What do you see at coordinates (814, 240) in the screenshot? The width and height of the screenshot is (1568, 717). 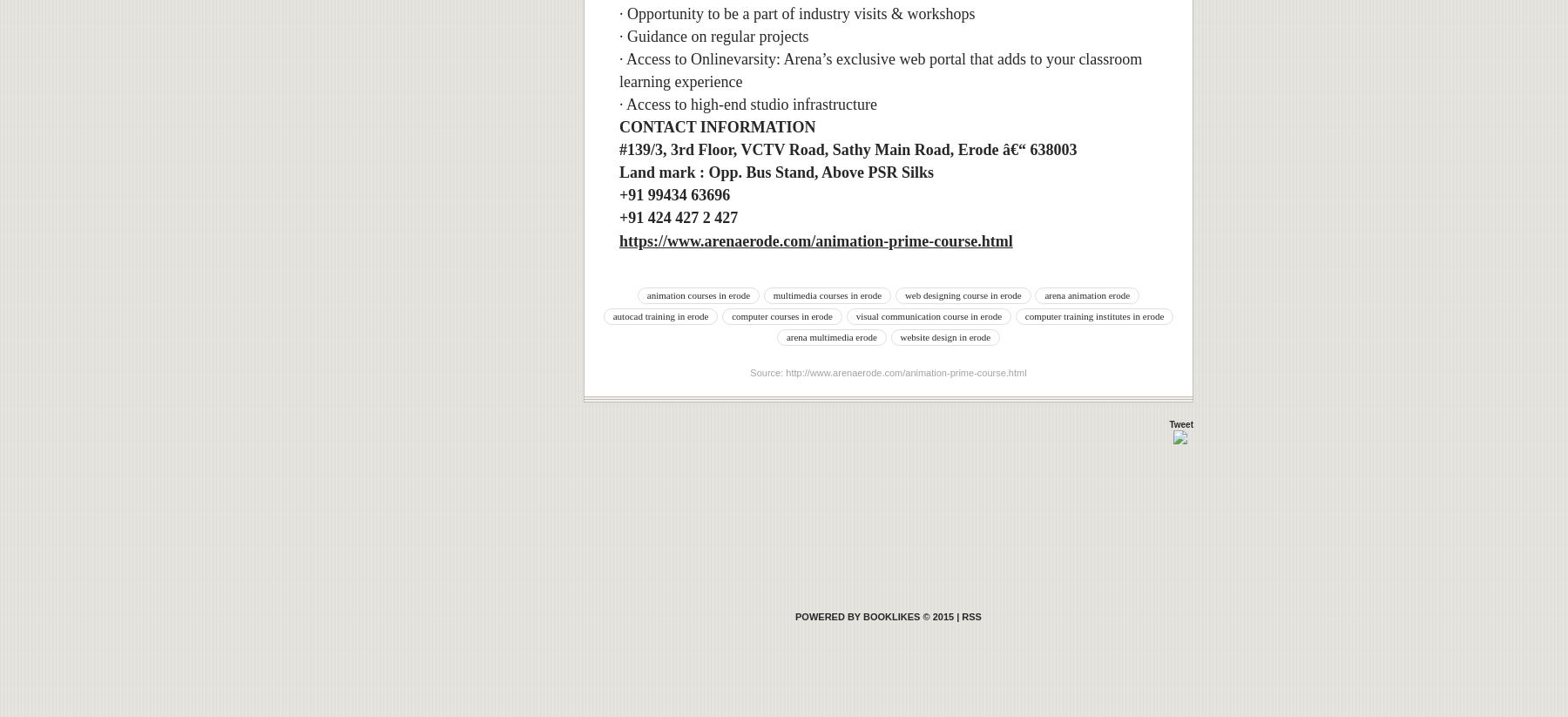 I see `'https://www.arenaerode.com/animation-prime-course.html'` at bounding box center [814, 240].